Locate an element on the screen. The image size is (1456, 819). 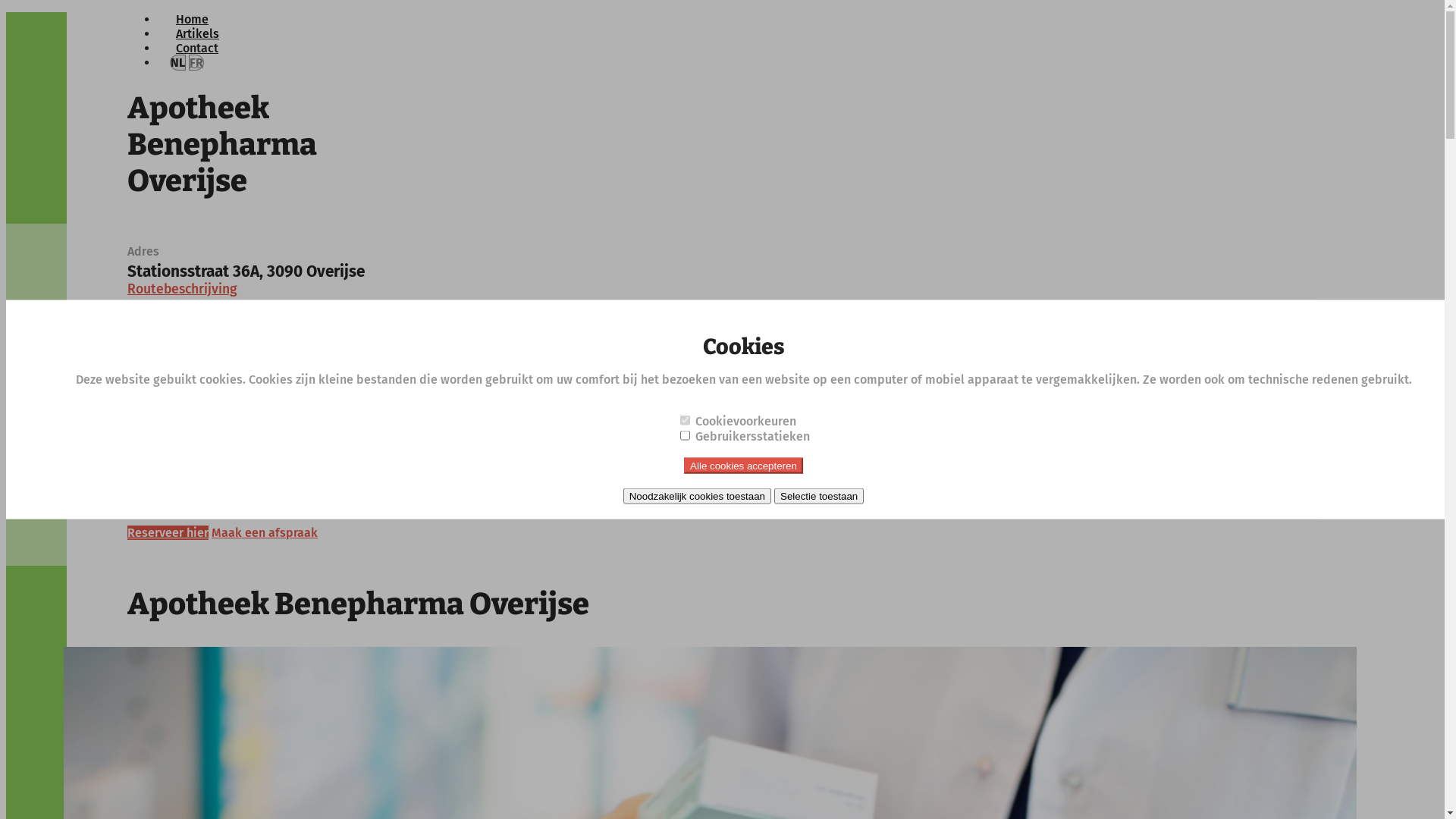
'benepharma.apotheek.be' is located at coordinates (241, 472).